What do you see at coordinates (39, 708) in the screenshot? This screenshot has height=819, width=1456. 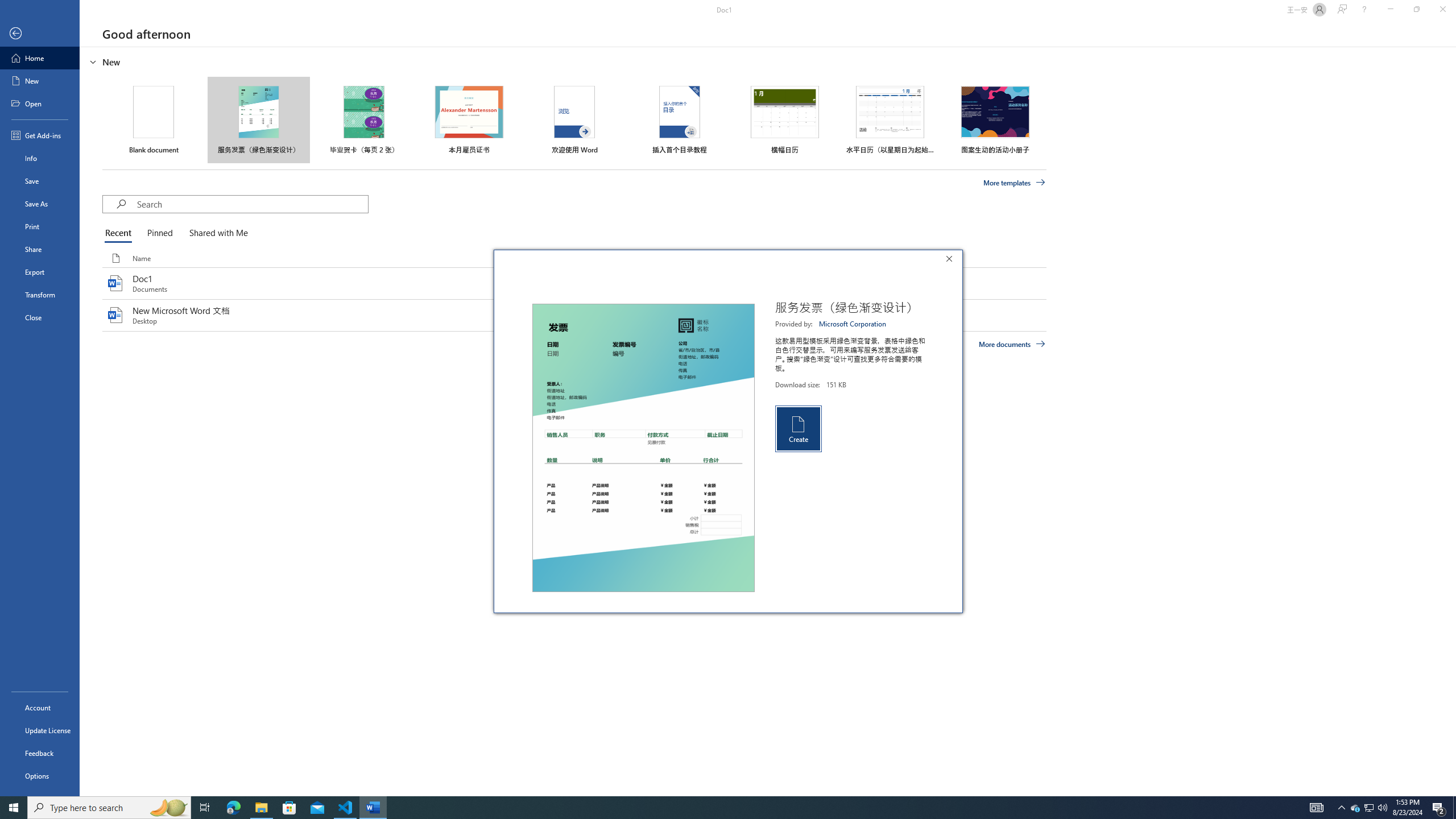 I see `'Account'` at bounding box center [39, 708].